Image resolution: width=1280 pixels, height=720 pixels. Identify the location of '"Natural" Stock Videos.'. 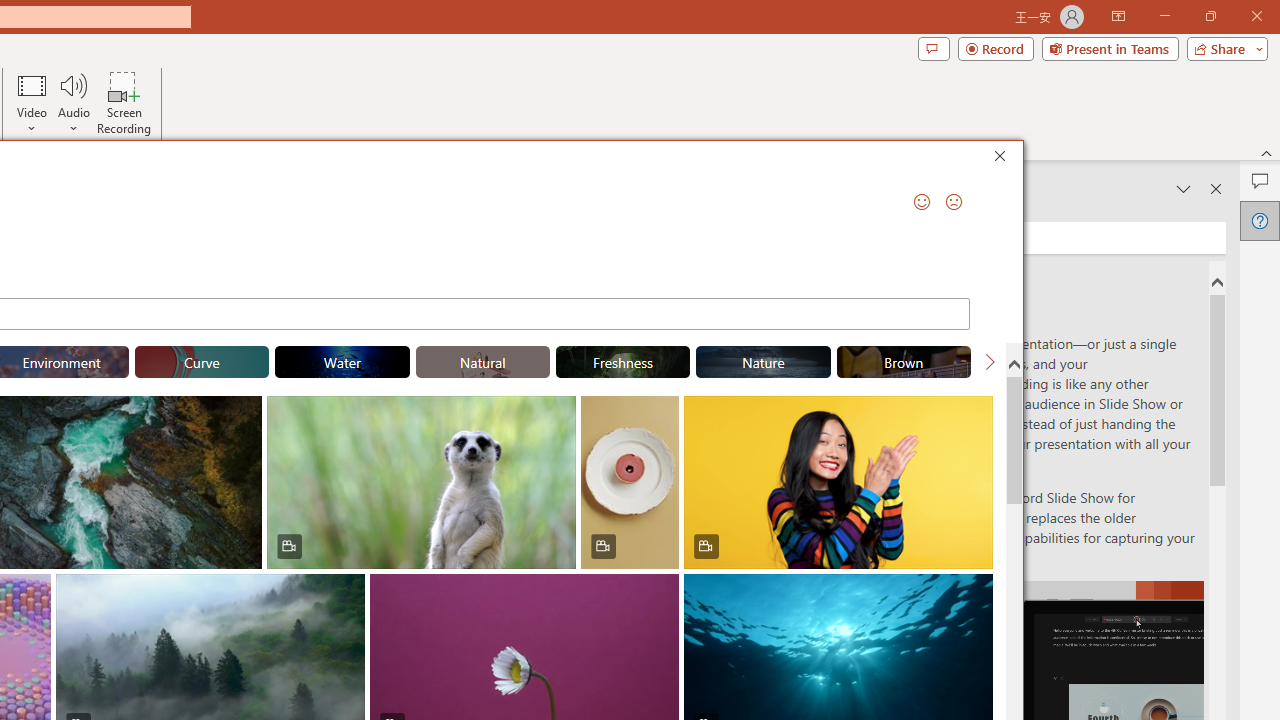
(483, 362).